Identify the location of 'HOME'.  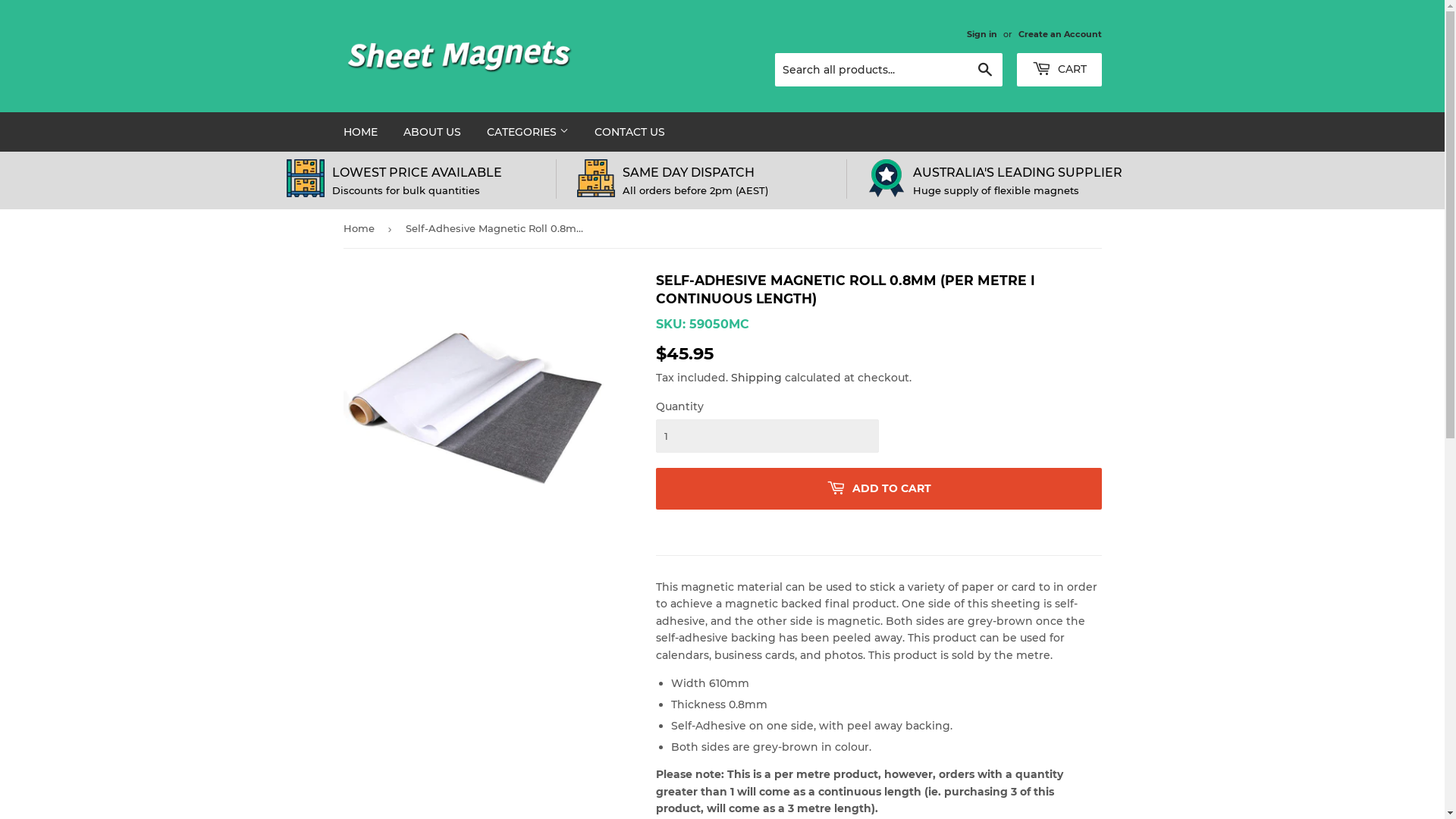
(359, 130).